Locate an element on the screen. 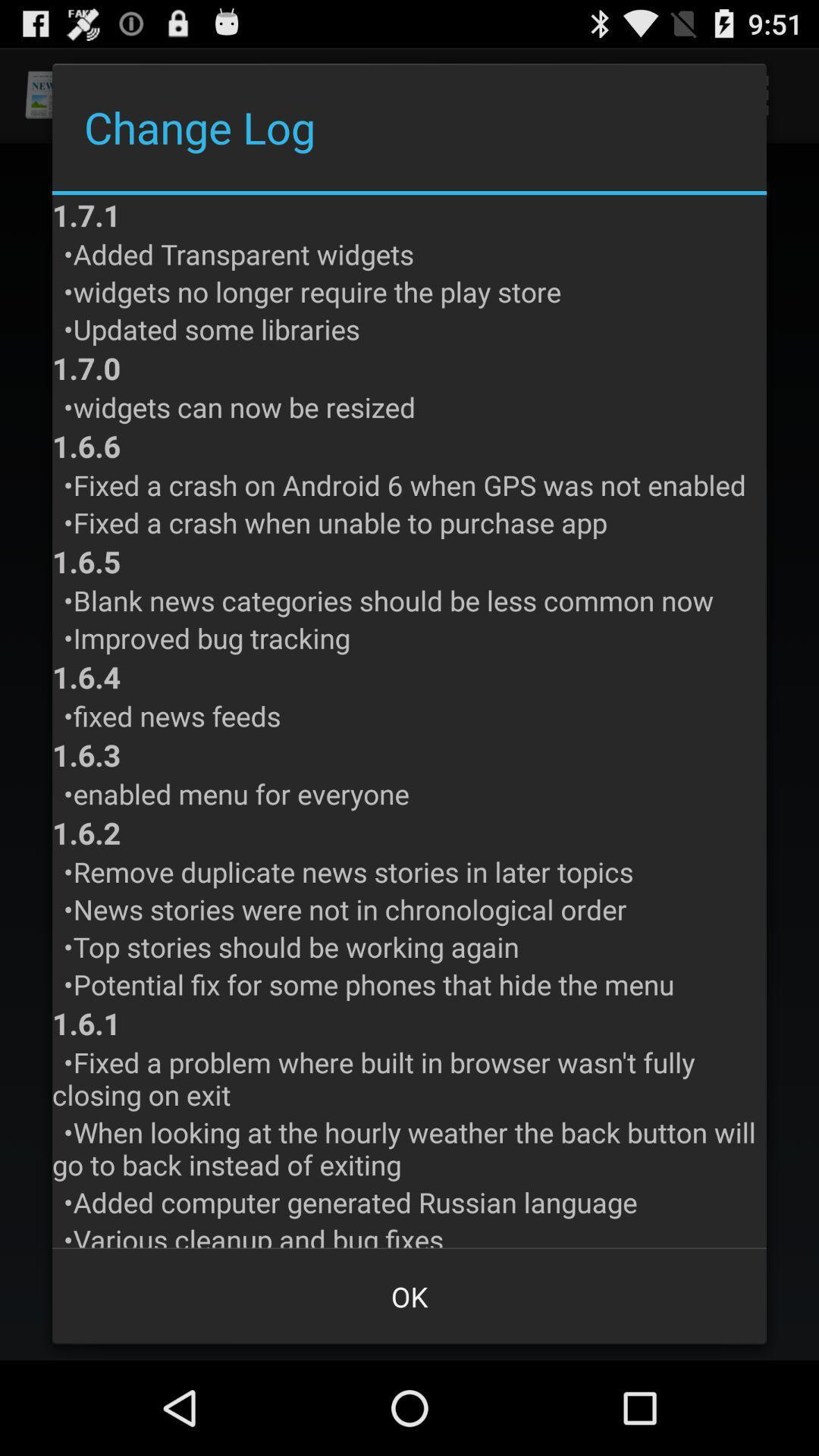 The width and height of the screenshot is (819, 1456). the item below various cleanup and item is located at coordinates (409, 1295).